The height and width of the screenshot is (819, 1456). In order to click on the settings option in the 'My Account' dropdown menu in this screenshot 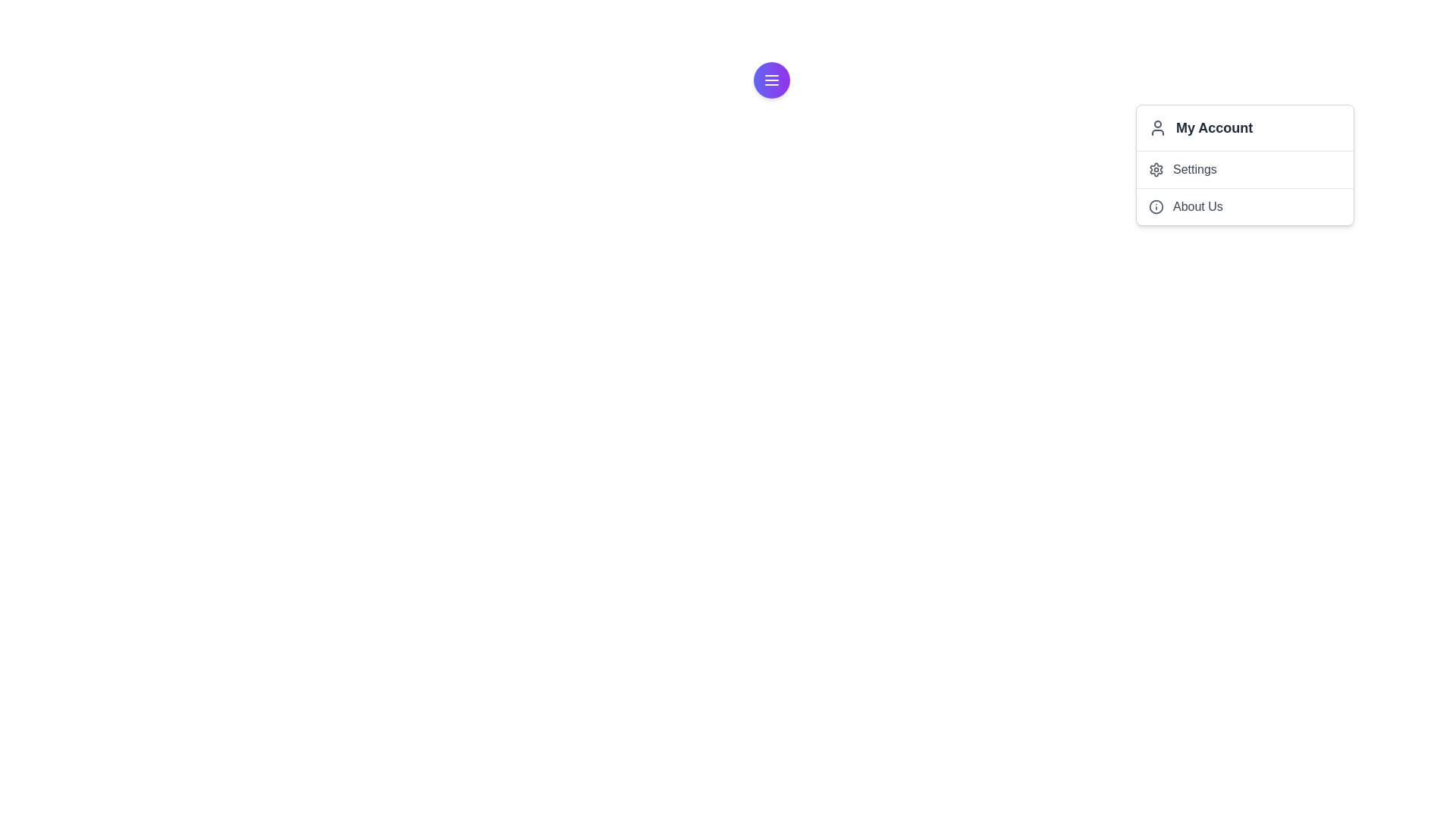, I will do `click(1244, 169)`.